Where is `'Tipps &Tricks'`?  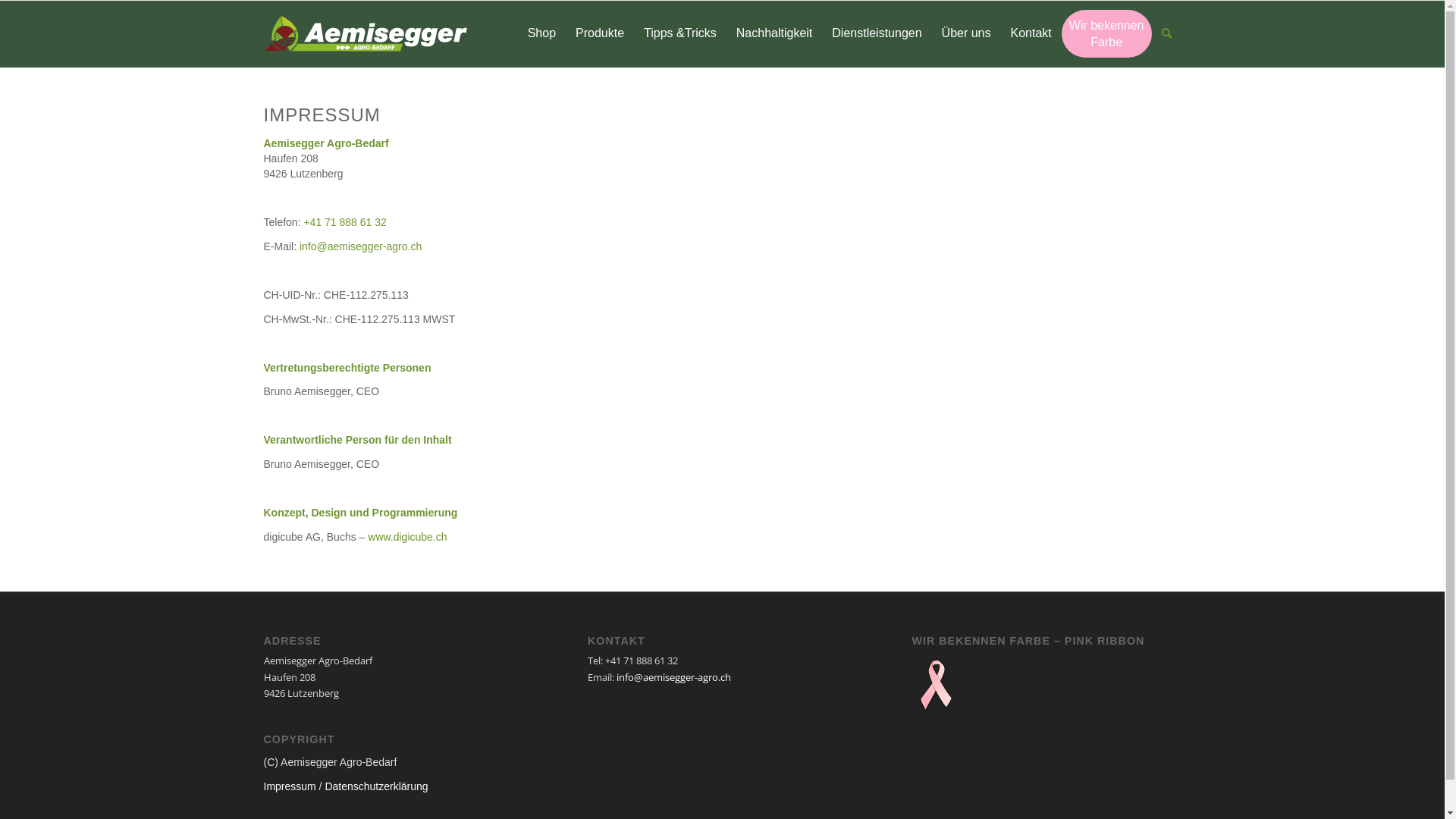 'Tipps &Tricks' is located at coordinates (679, 34).